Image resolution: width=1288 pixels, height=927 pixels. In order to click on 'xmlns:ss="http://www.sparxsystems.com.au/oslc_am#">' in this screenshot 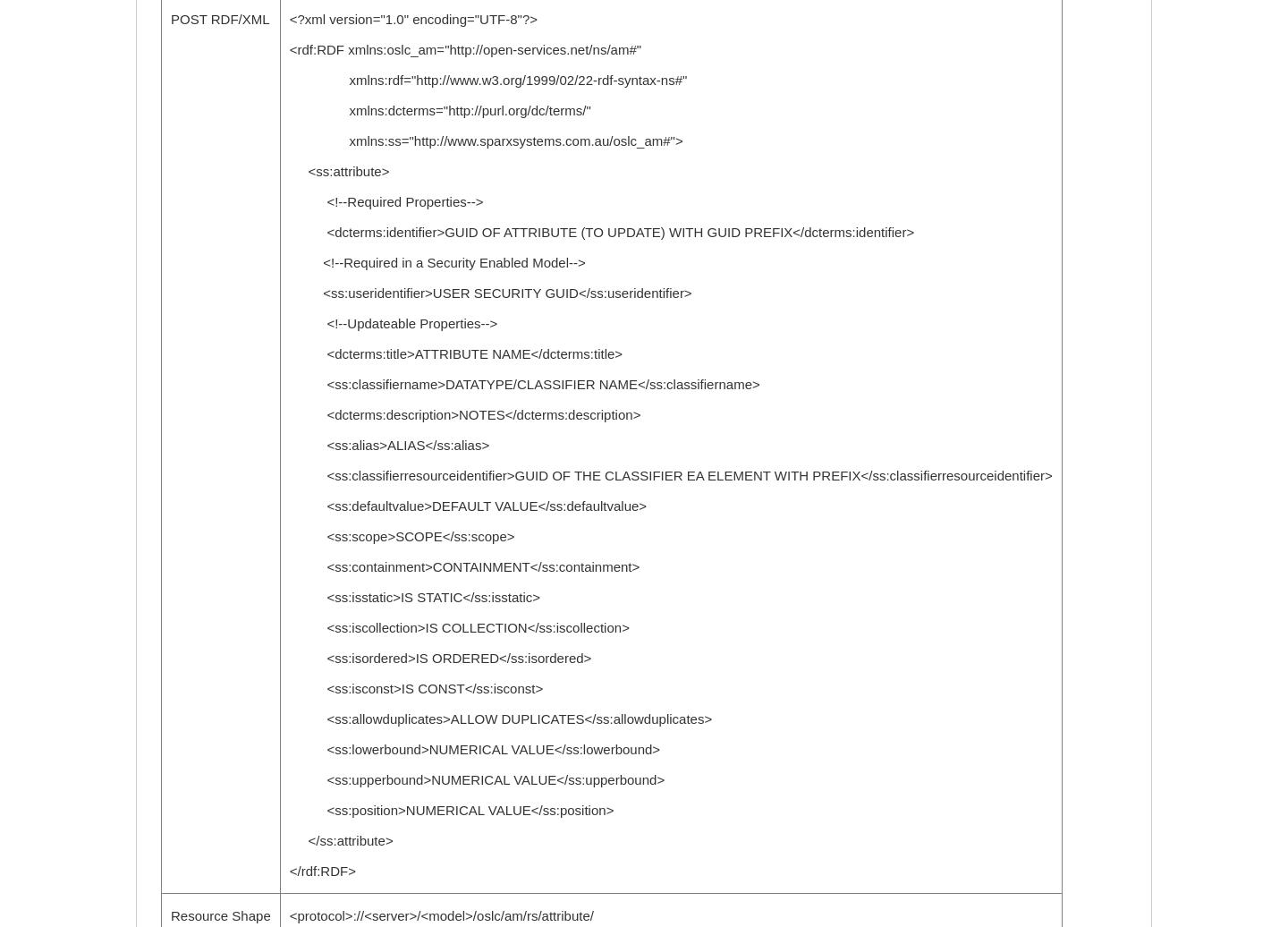, I will do `click(486, 140)`.